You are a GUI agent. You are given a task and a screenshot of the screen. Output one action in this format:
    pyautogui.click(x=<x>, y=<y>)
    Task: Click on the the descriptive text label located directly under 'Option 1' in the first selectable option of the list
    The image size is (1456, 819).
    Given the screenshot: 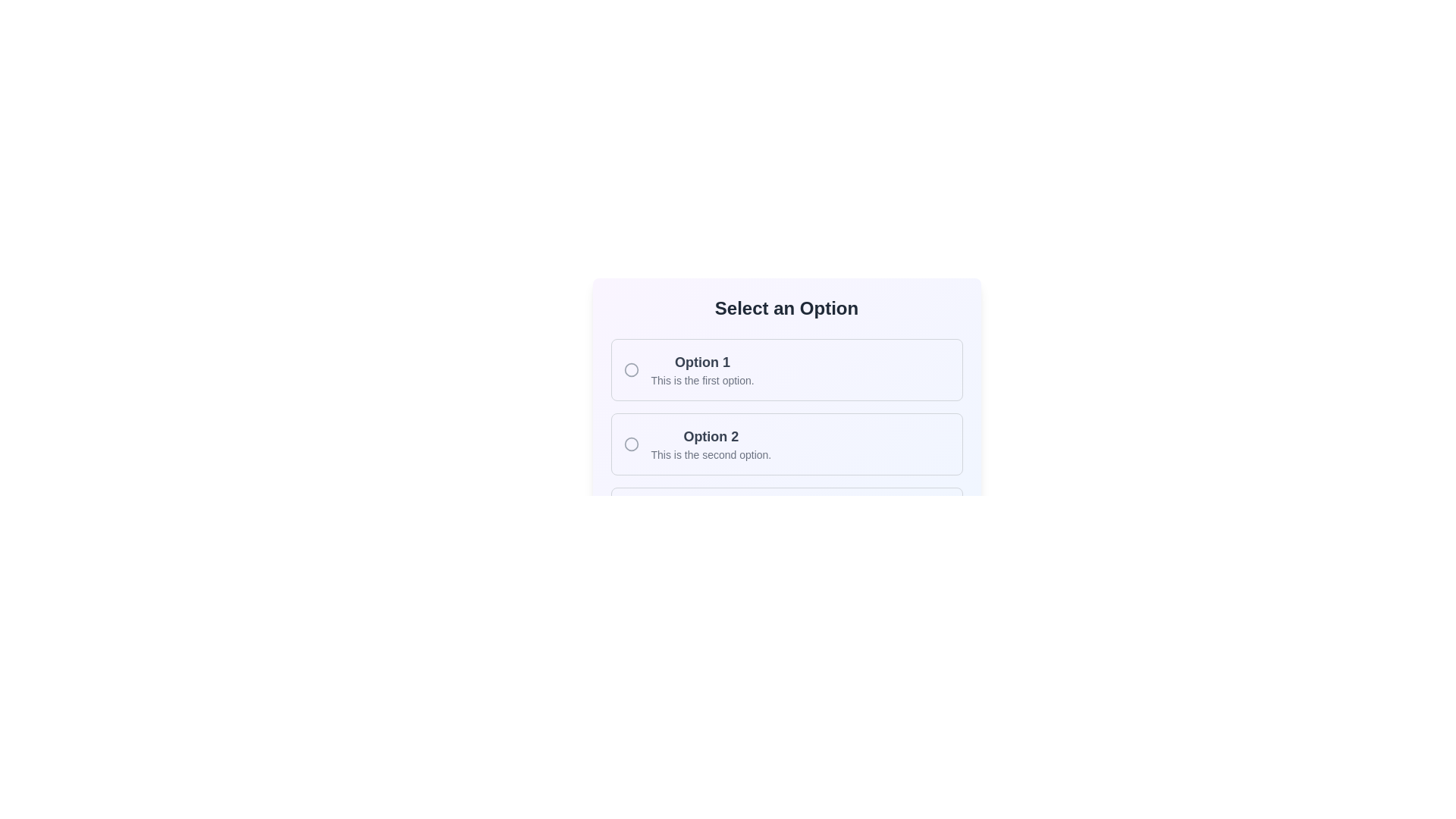 What is the action you would take?
    pyautogui.click(x=701, y=379)
    